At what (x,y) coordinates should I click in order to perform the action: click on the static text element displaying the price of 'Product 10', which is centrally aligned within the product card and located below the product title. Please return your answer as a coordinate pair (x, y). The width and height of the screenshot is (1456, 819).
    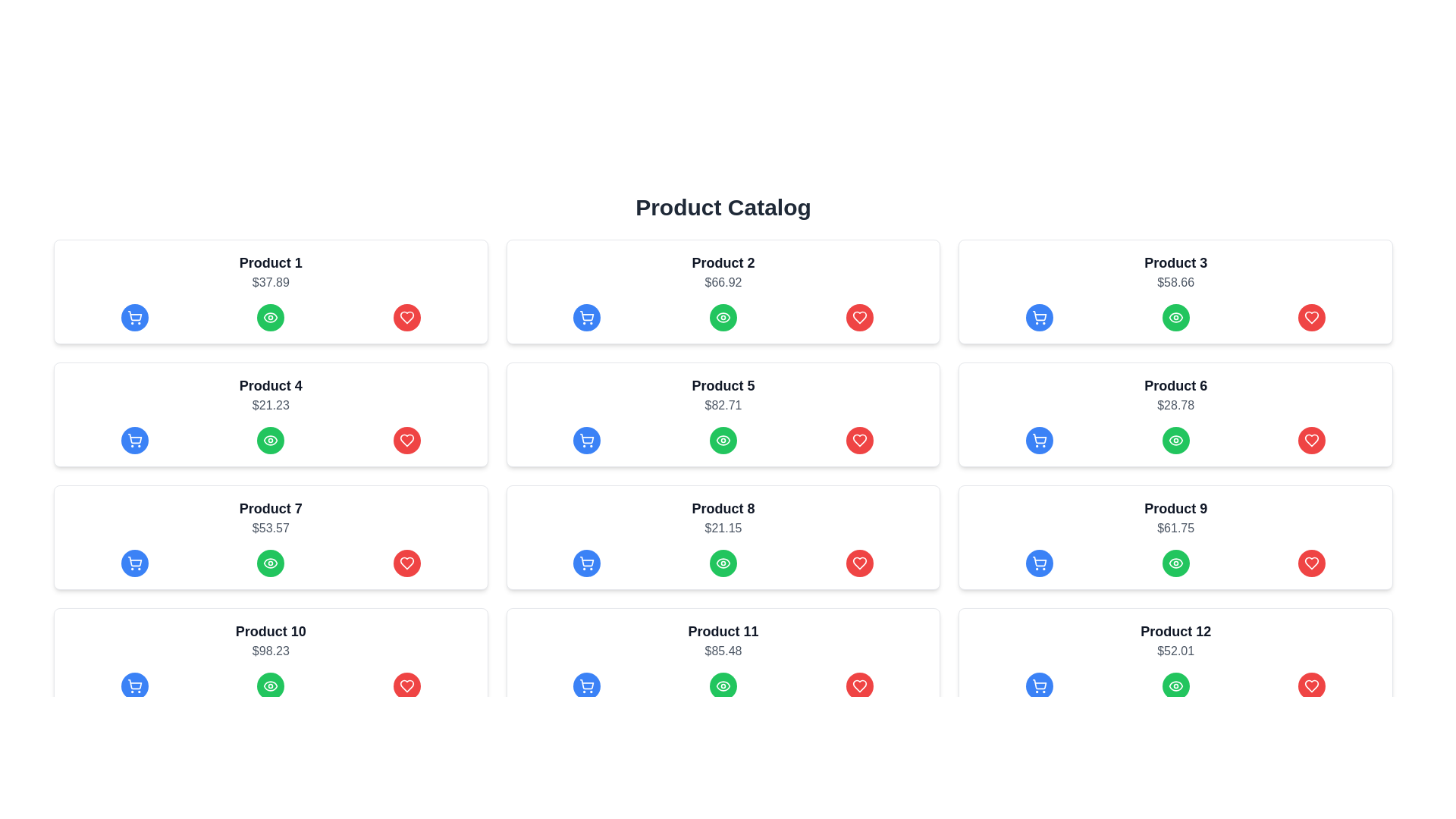
    Looking at the image, I should click on (271, 651).